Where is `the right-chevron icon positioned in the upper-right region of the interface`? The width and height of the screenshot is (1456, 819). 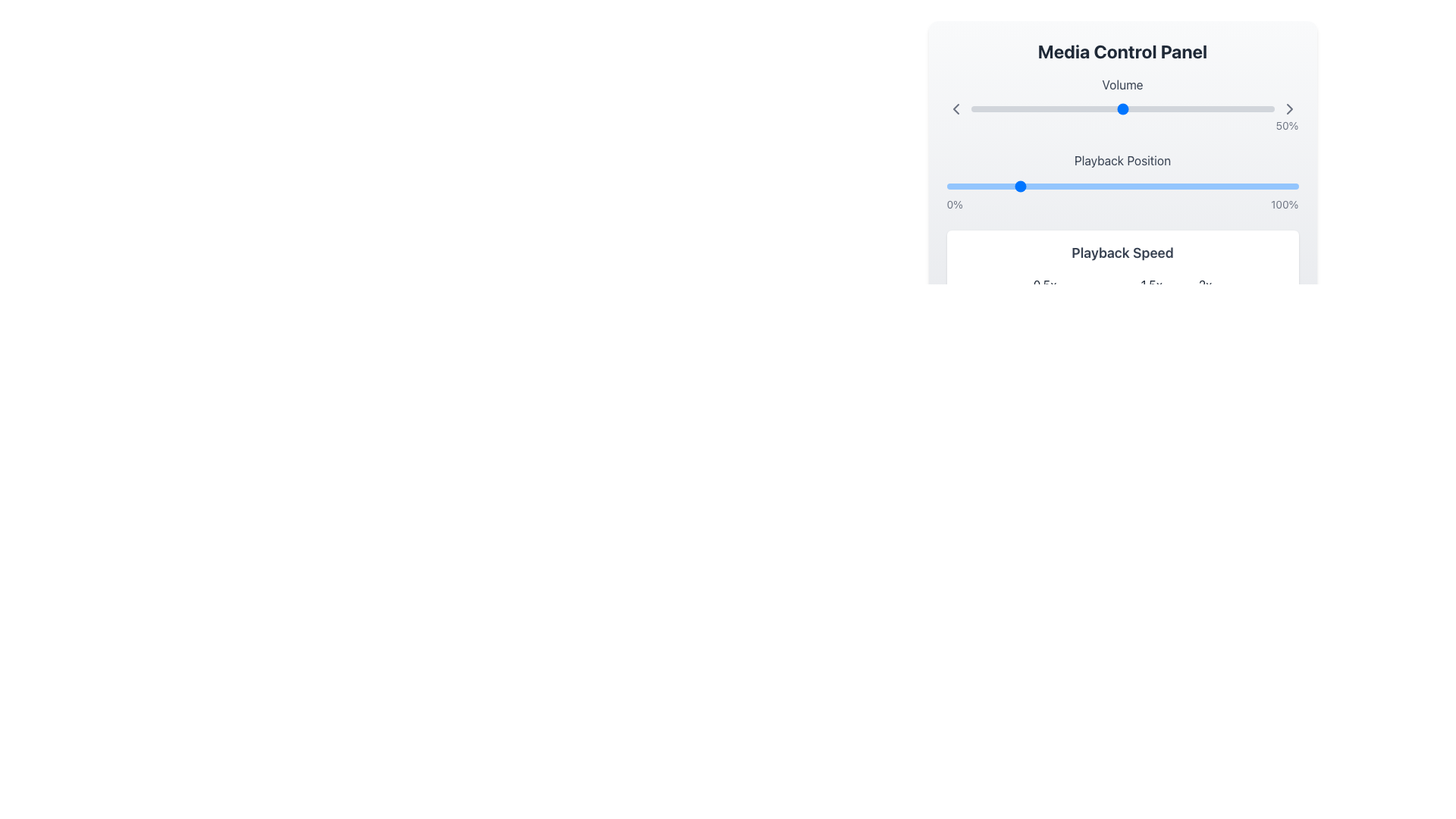
the right-chevron icon positioned in the upper-right region of the interface is located at coordinates (1288, 108).